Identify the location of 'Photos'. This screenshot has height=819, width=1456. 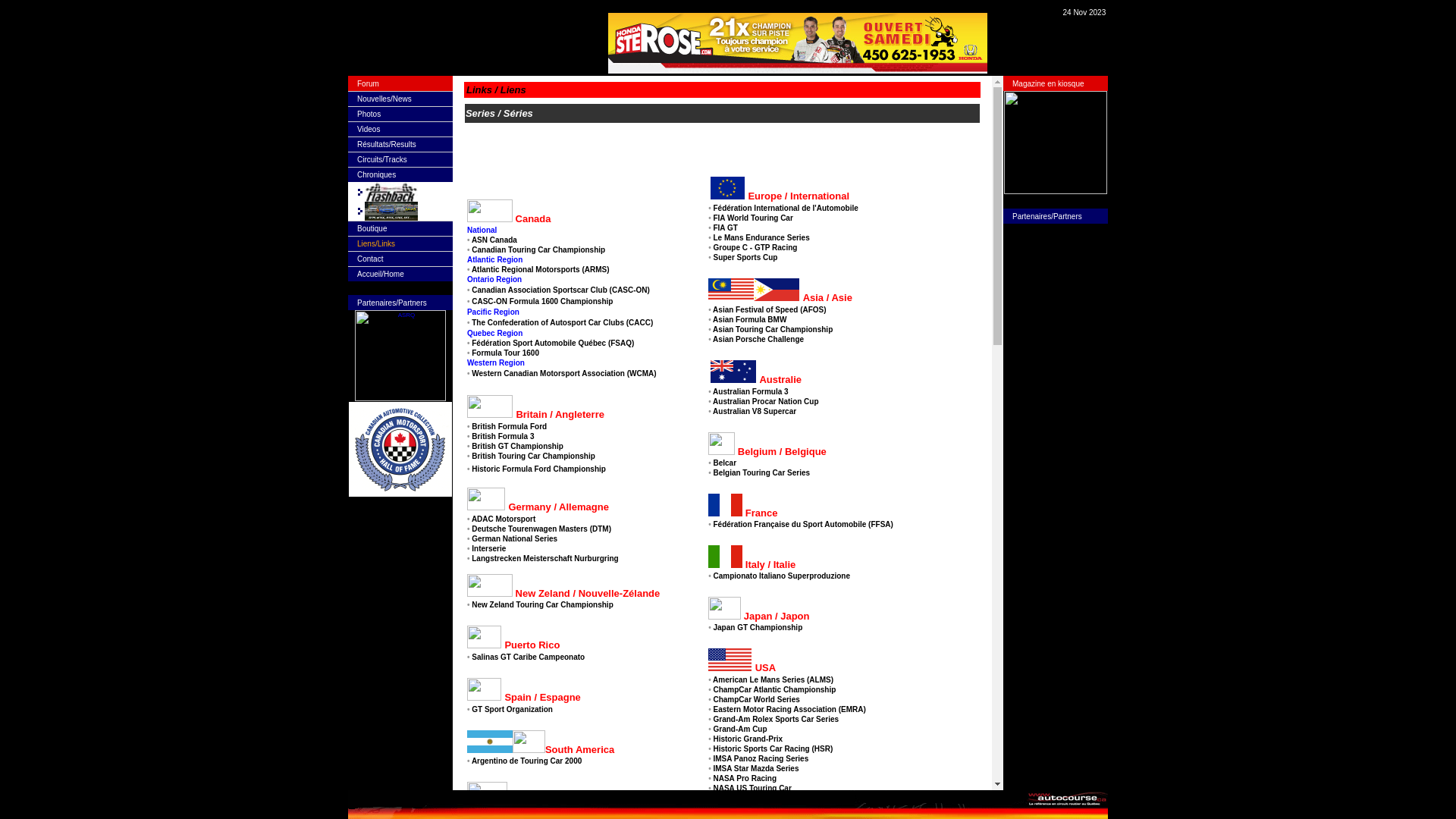
(369, 113).